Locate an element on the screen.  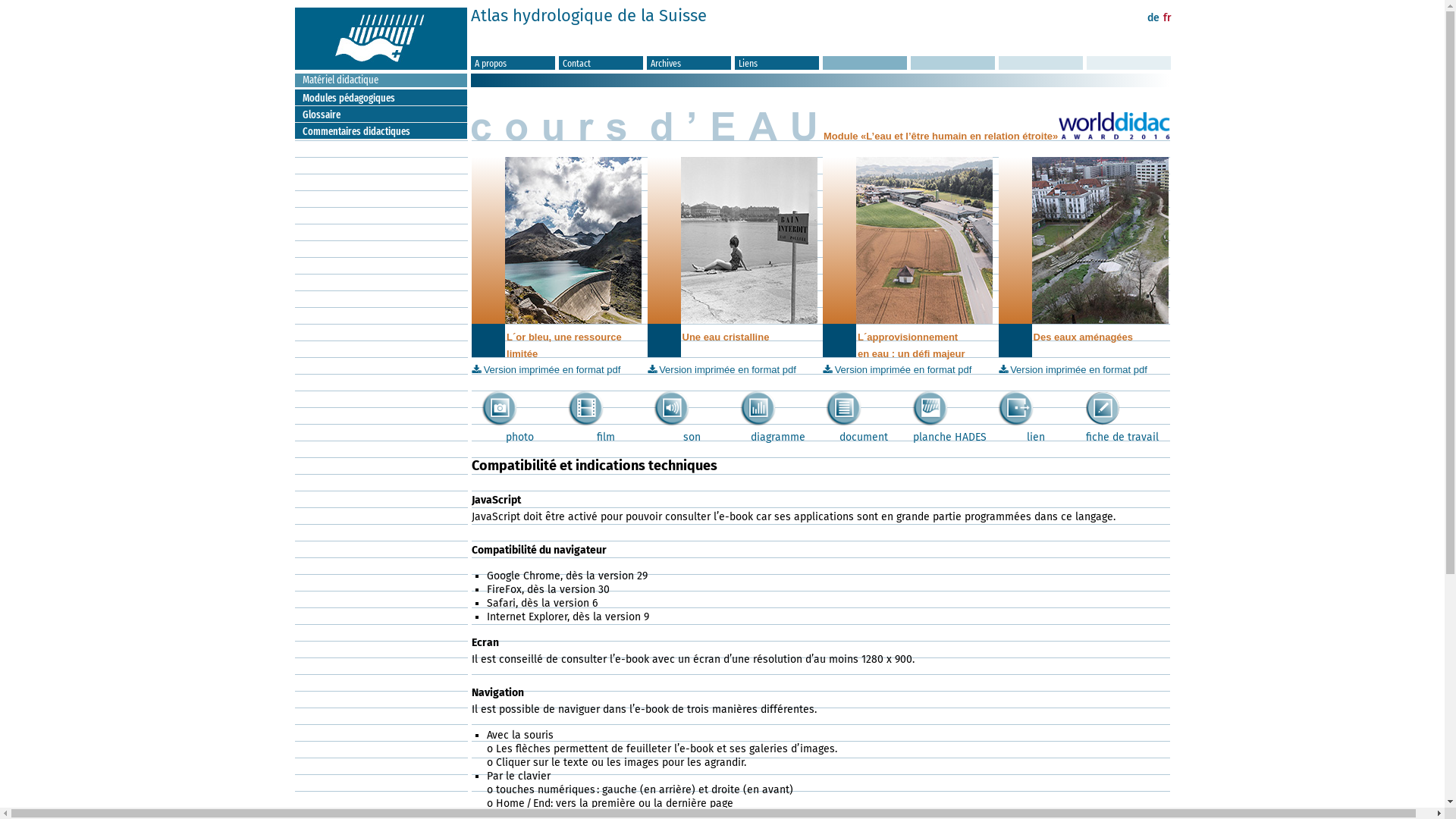
'de' is located at coordinates (1153, 17).